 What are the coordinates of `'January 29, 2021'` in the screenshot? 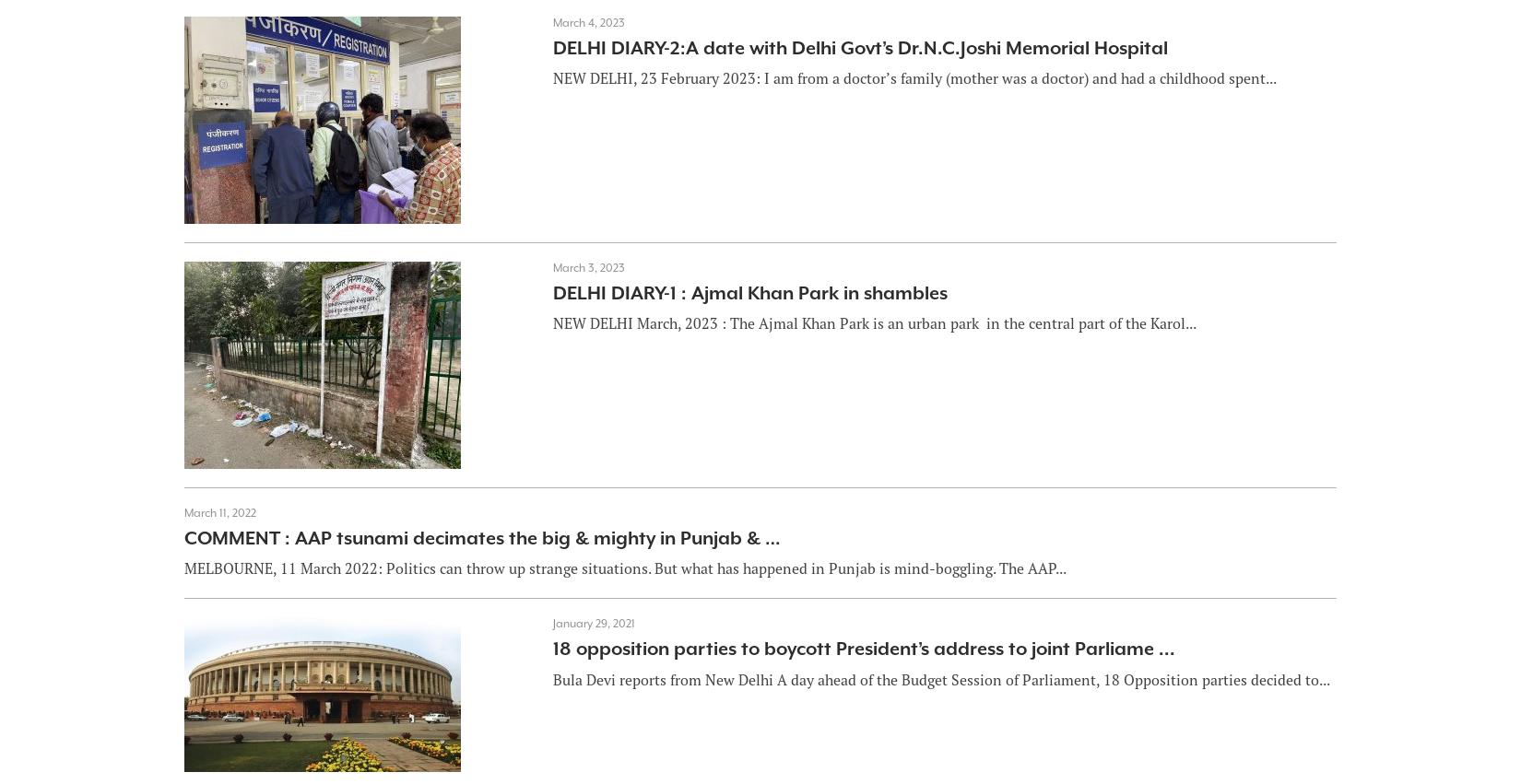 It's located at (550, 623).